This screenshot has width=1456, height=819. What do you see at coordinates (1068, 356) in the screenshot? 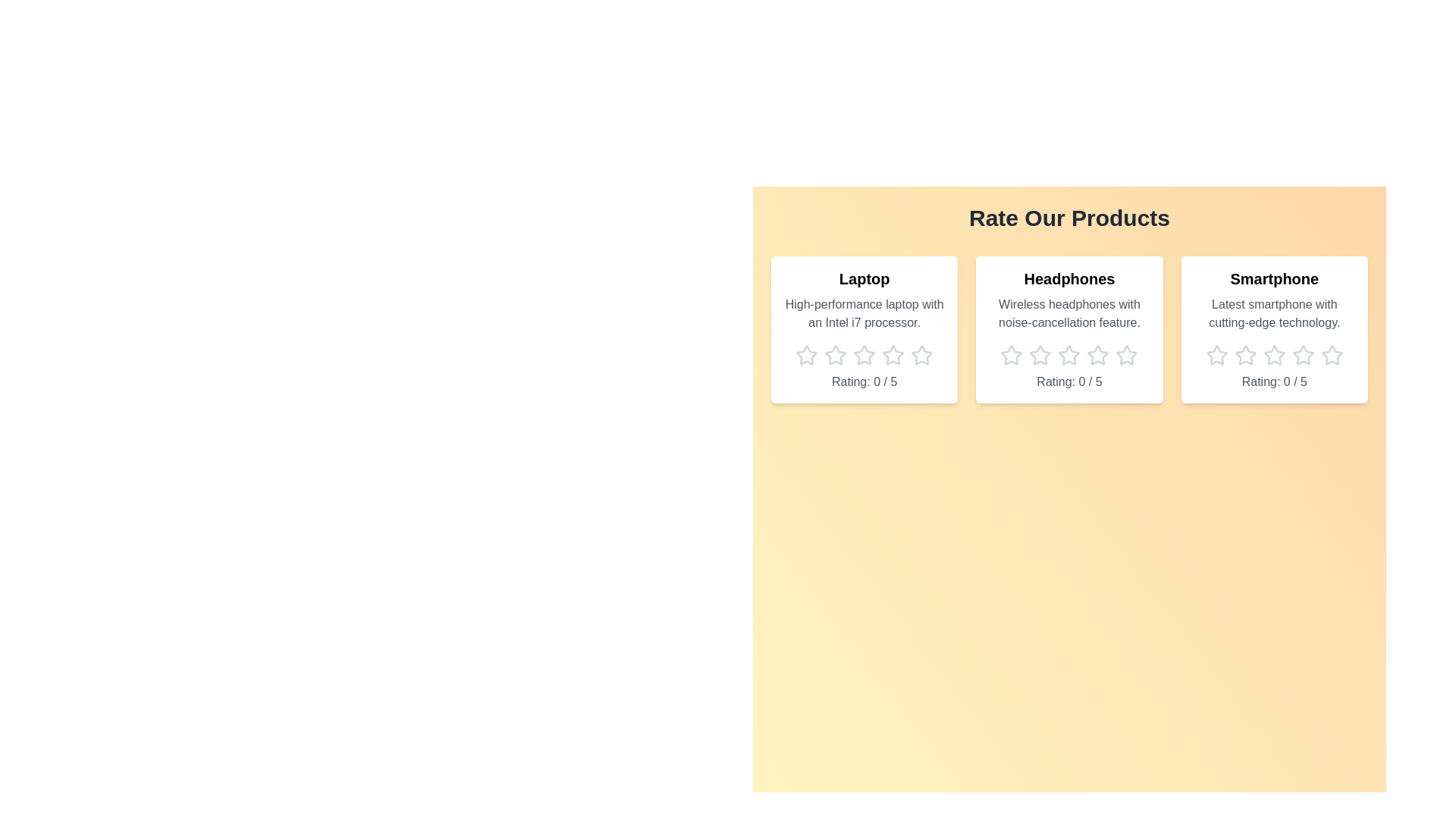
I see `the star icon corresponding to 3 stars for the product Headphones` at bounding box center [1068, 356].